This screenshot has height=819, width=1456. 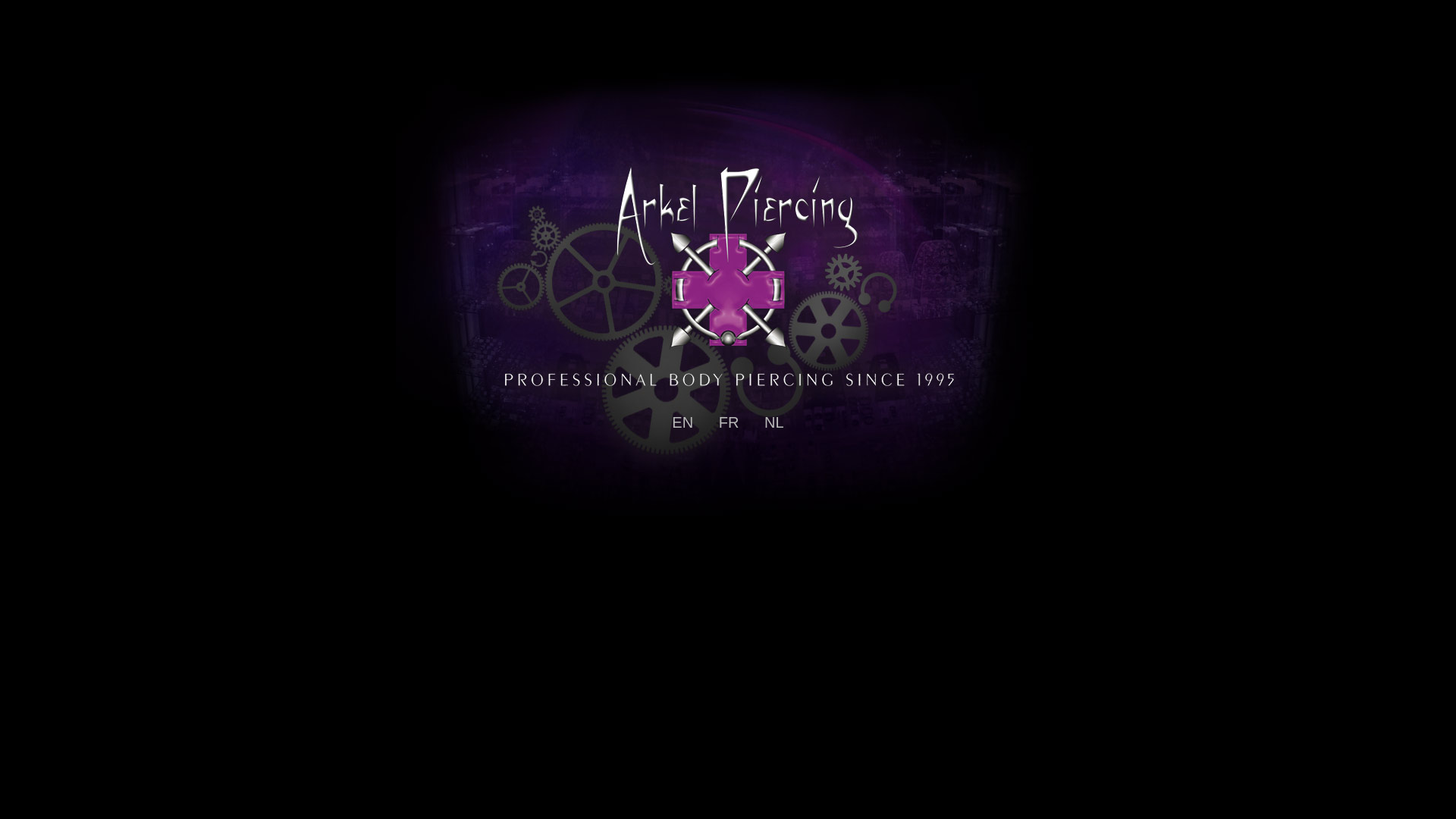 What do you see at coordinates (774, 422) in the screenshot?
I see `'NL'` at bounding box center [774, 422].